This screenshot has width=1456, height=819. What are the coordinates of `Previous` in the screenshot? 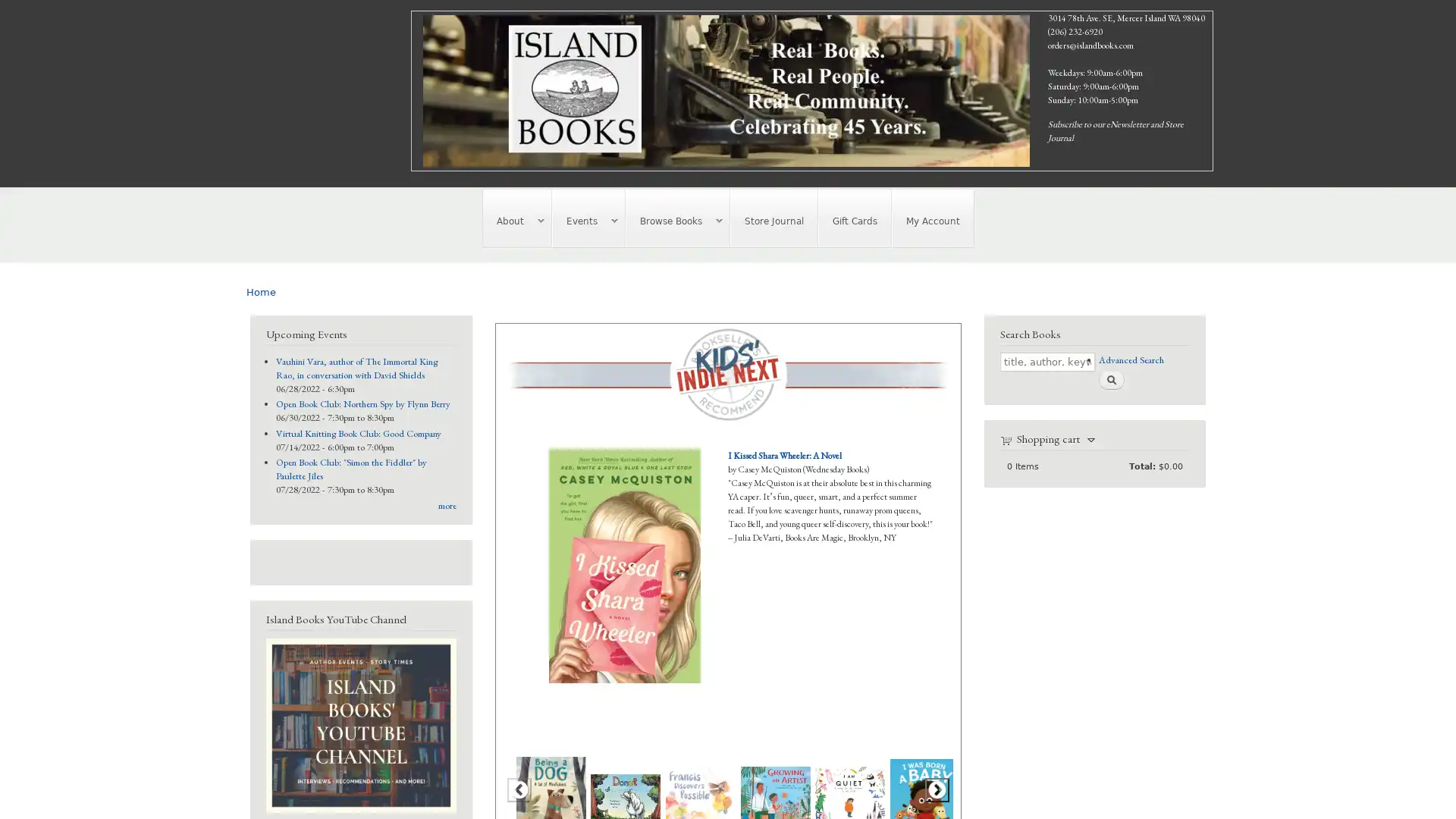 It's located at (518, 789).